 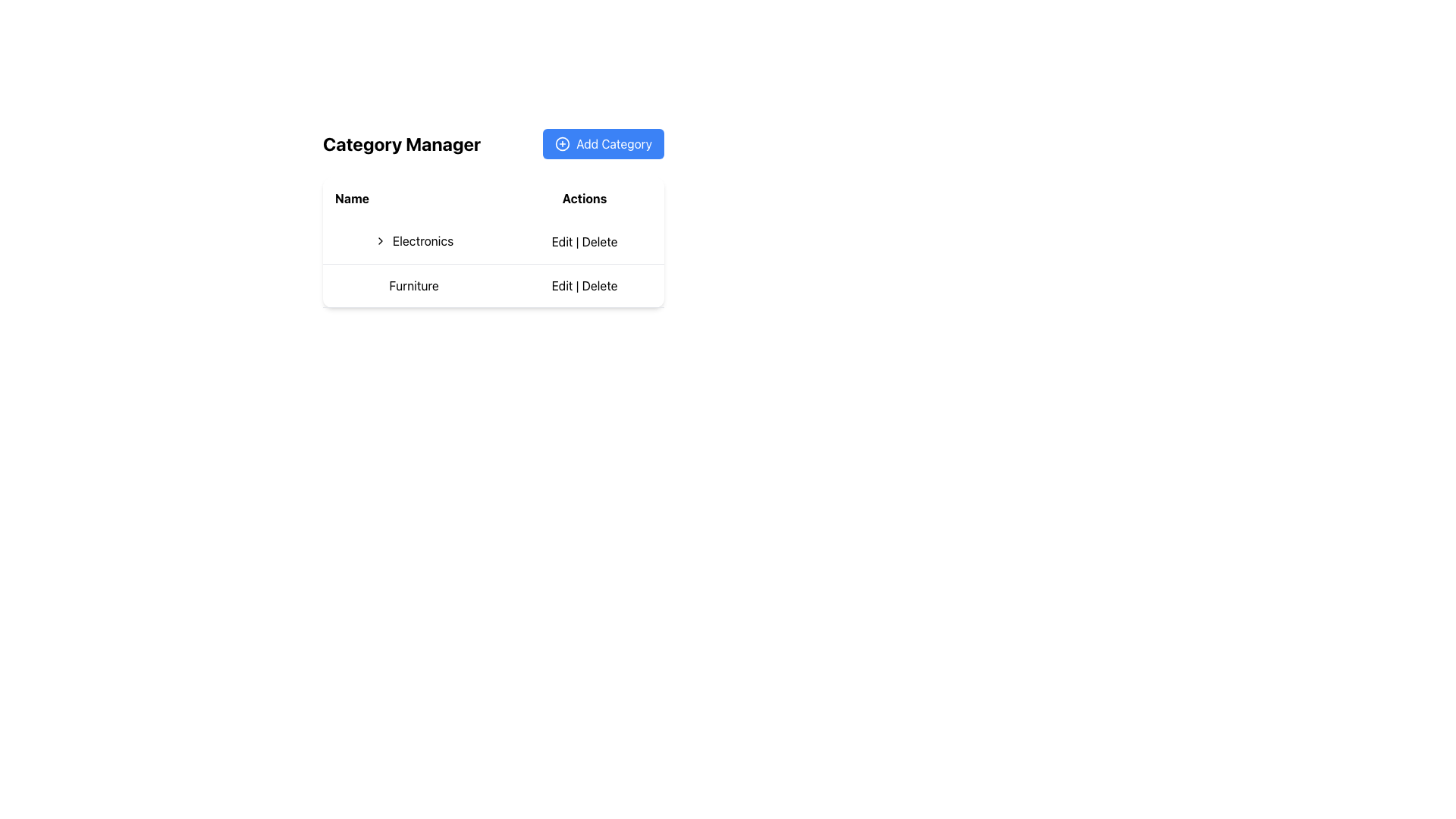 What do you see at coordinates (584, 198) in the screenshot?
I see `the 'Actions' header label in the second column of the table, which indicates the purpose of the column and is aligned with the 'Name' column header to its left` at bounding box center [584, 198].